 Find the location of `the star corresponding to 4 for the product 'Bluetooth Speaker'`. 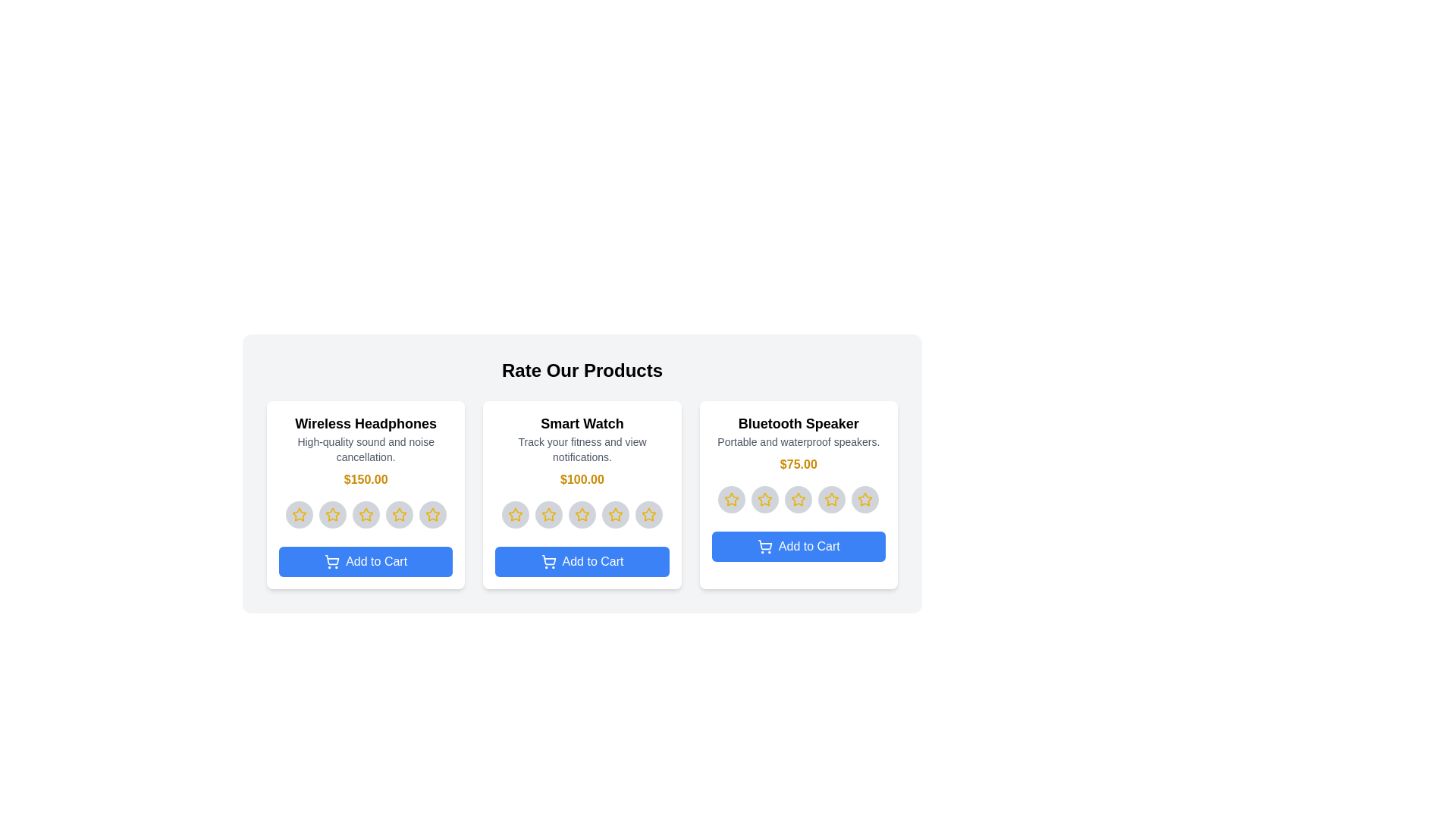

the star corresponding to 4 for the product 'Bluetooth Speaker' is located at coordinates (831, 500).